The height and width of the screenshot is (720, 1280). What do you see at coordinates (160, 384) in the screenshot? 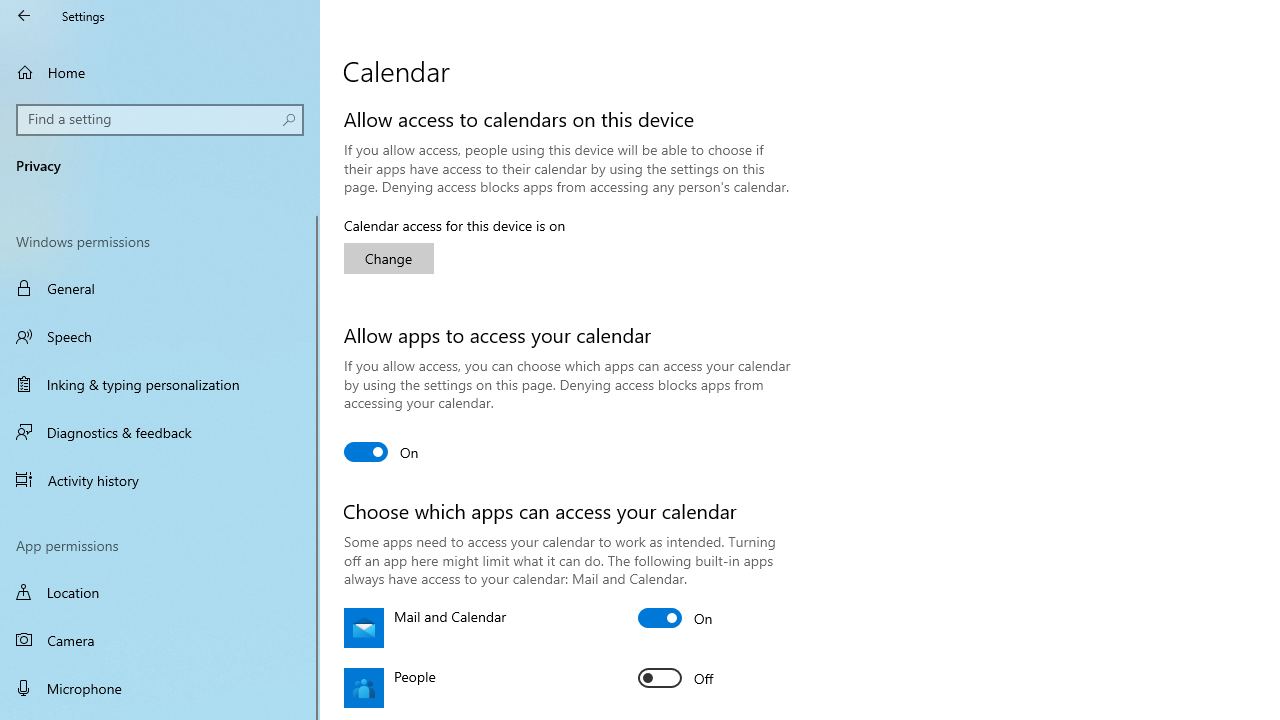
I see `'Inking & typing personalization'` at bounding box center [160, 384].